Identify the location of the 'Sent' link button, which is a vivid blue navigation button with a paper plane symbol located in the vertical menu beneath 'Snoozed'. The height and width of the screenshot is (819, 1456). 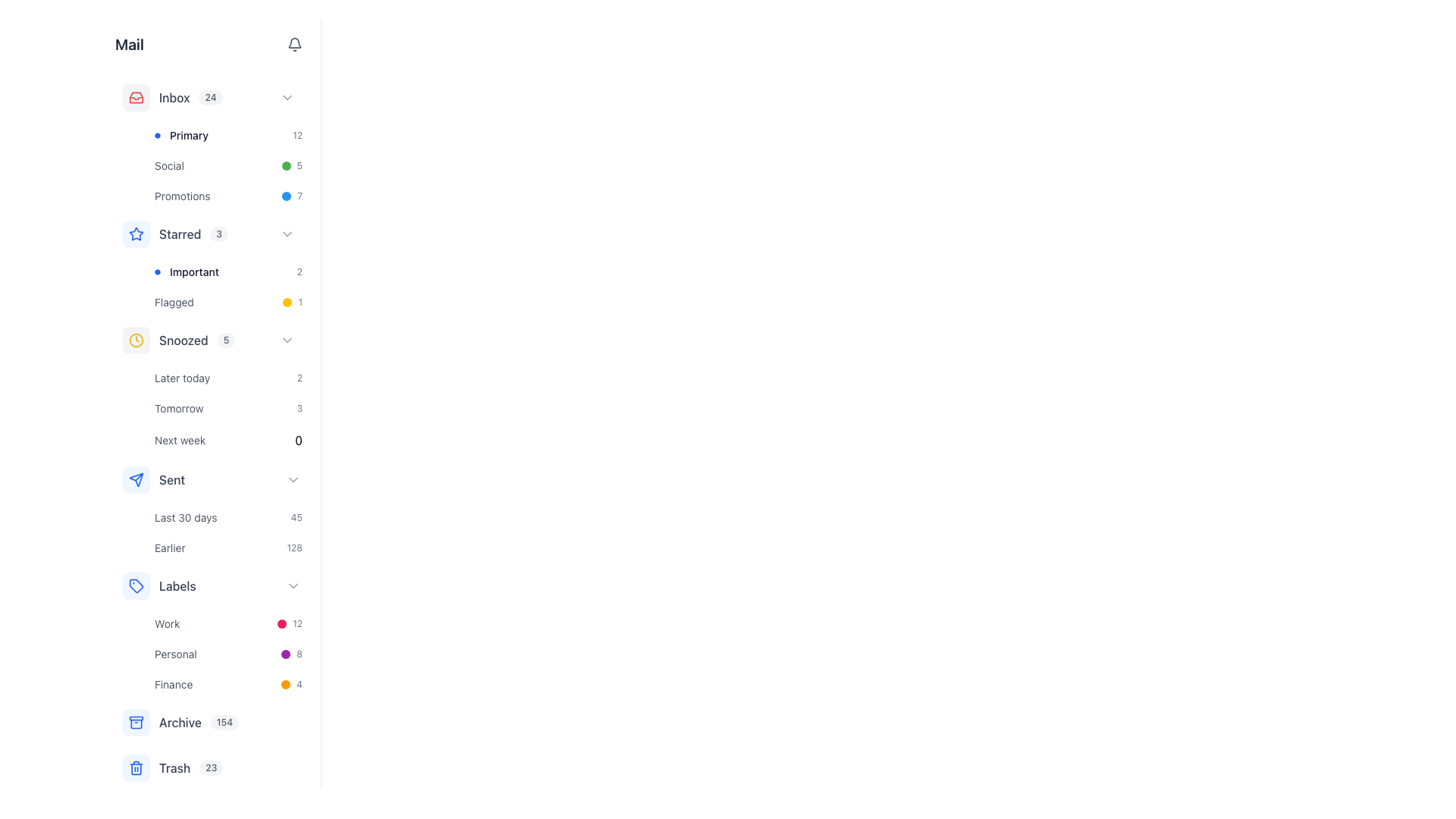
(154, 479).